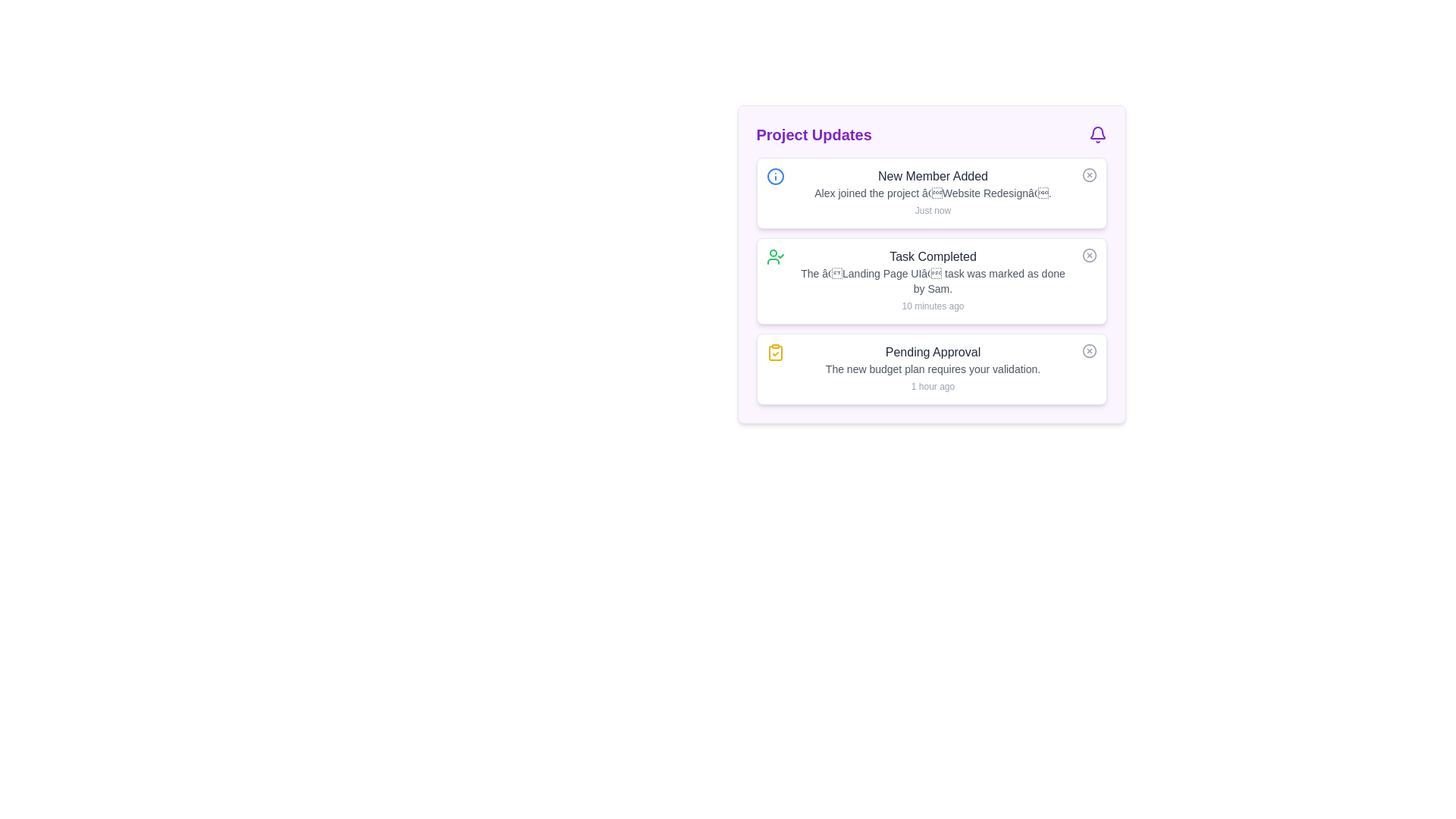 The width and height of the screenshot is (1456, 819). What do you see at coordinates (932, 281) in the screenshot?
I see `the Notification text that informs the user about the completion of a task, located in the middle of a vertically stacked list of notifications` at bounding box center [932, 281].